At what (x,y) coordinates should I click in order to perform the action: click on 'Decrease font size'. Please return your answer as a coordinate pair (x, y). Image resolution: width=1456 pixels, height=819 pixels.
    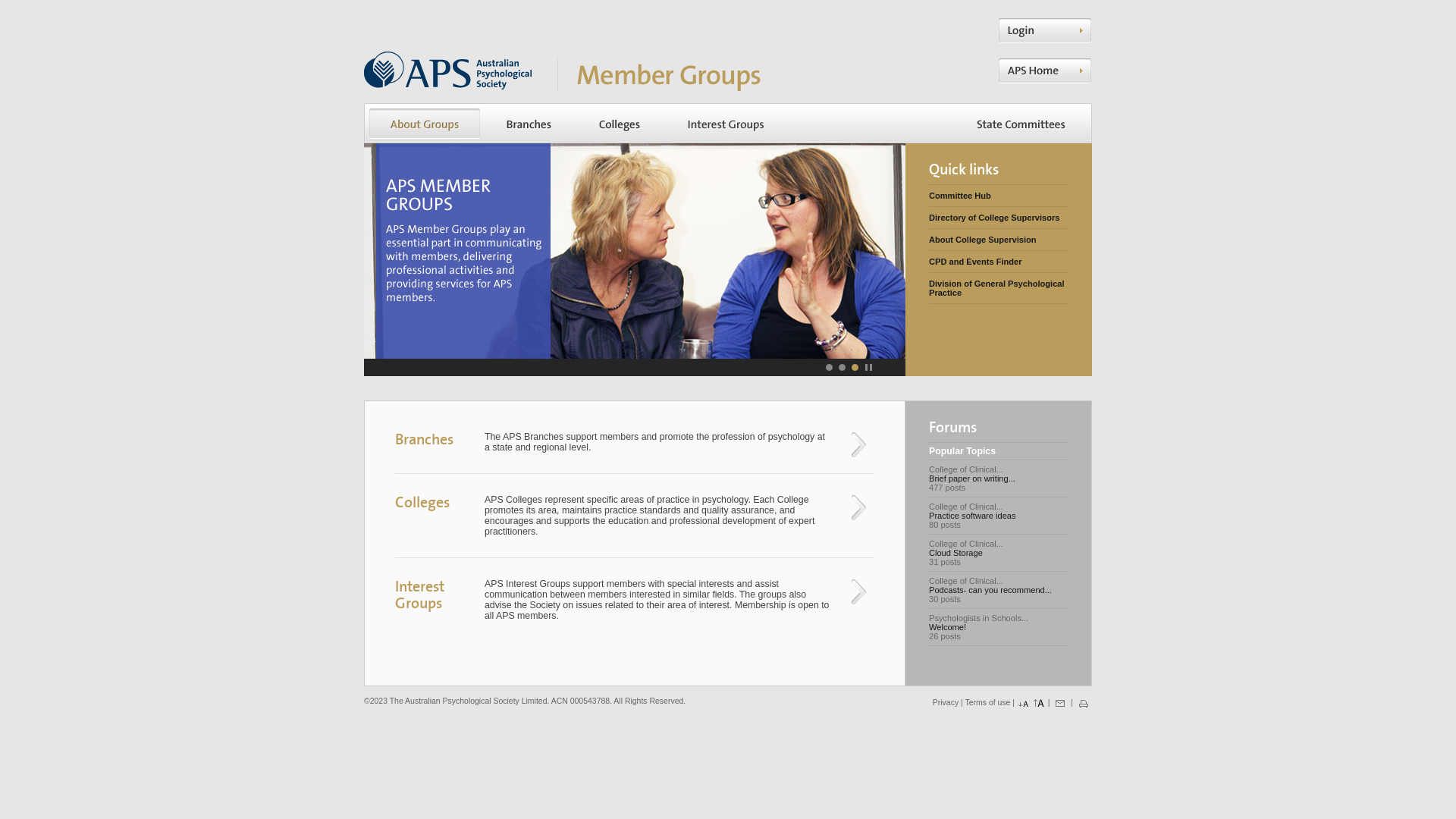
    Looking at the image, I should click on (1016, 703).